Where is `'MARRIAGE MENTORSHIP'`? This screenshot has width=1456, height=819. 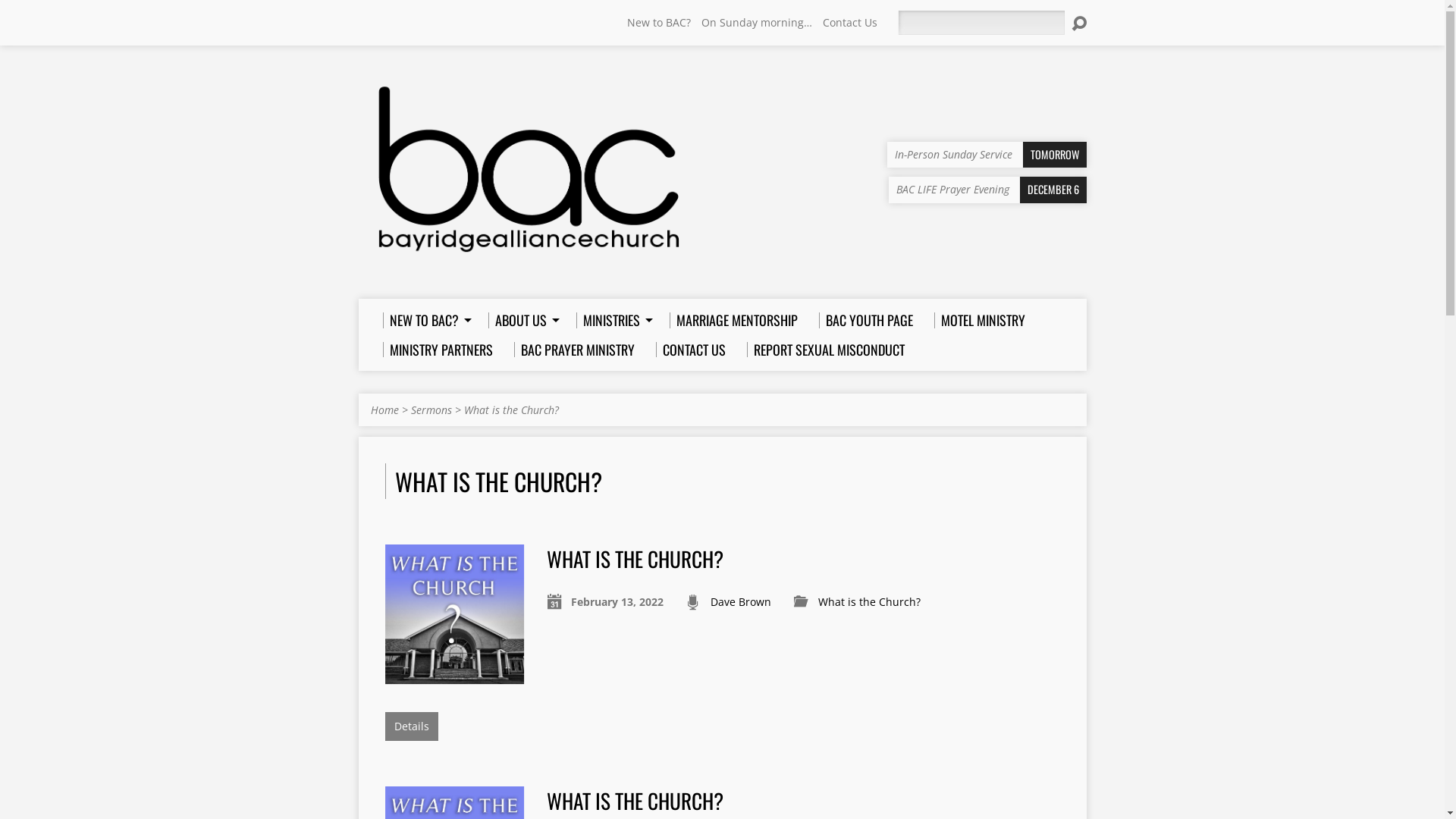 'MARRIAGE MENTORSHIP' is located at coordinates (733, 318).